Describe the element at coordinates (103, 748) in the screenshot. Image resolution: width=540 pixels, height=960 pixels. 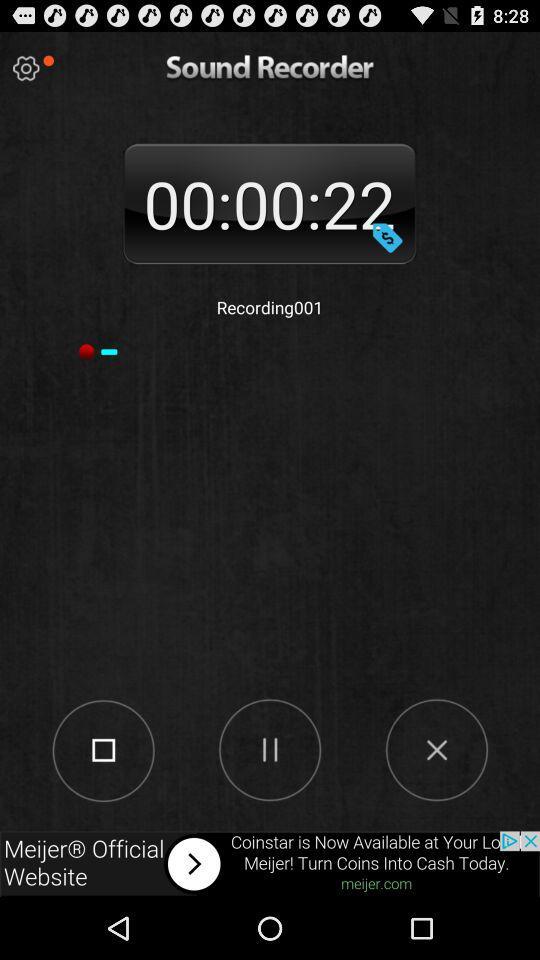
I see `stop recording` at that location.